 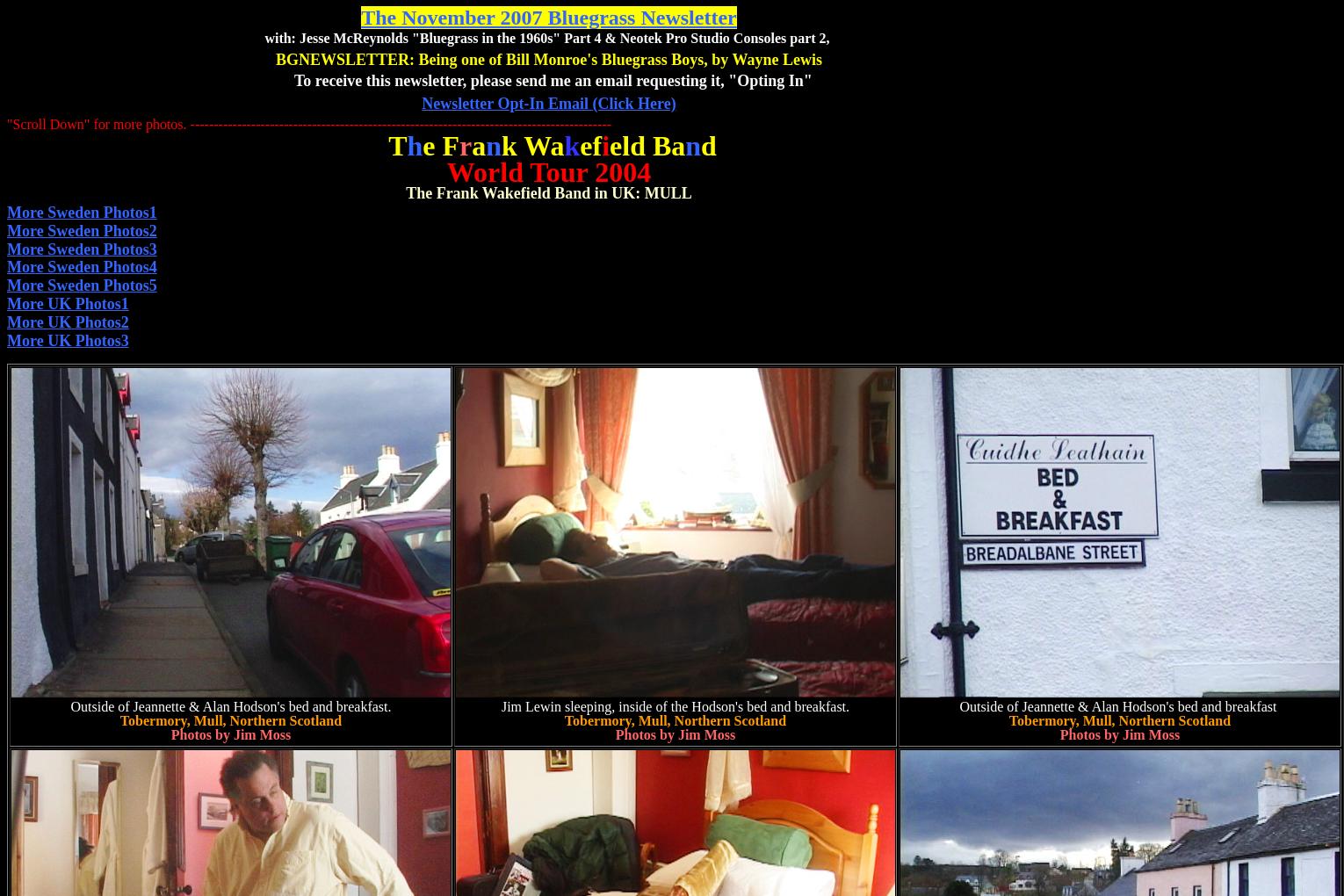 What do you see at coordinates (67, 301) in the screenshot?
I see `'More
UK Photos1'` at bounding box center [67, 301].